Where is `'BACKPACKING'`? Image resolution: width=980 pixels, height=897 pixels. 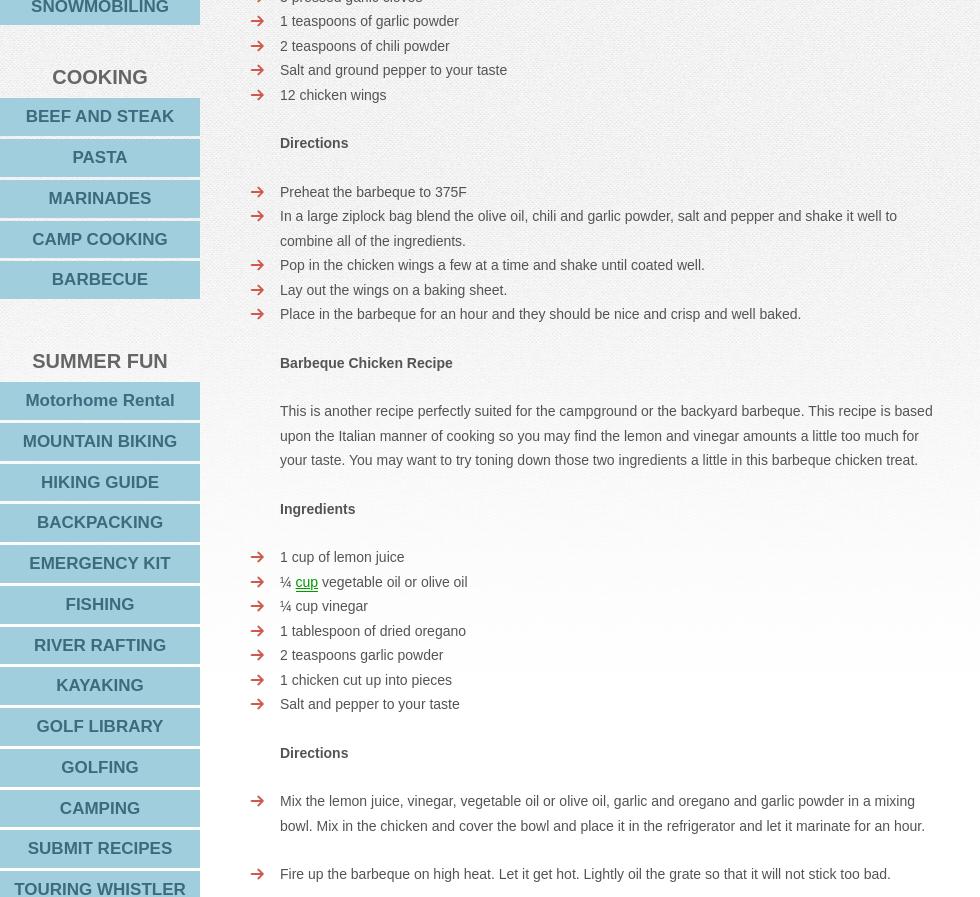
'BACKPACKING' is located at coordinates (35, 522).